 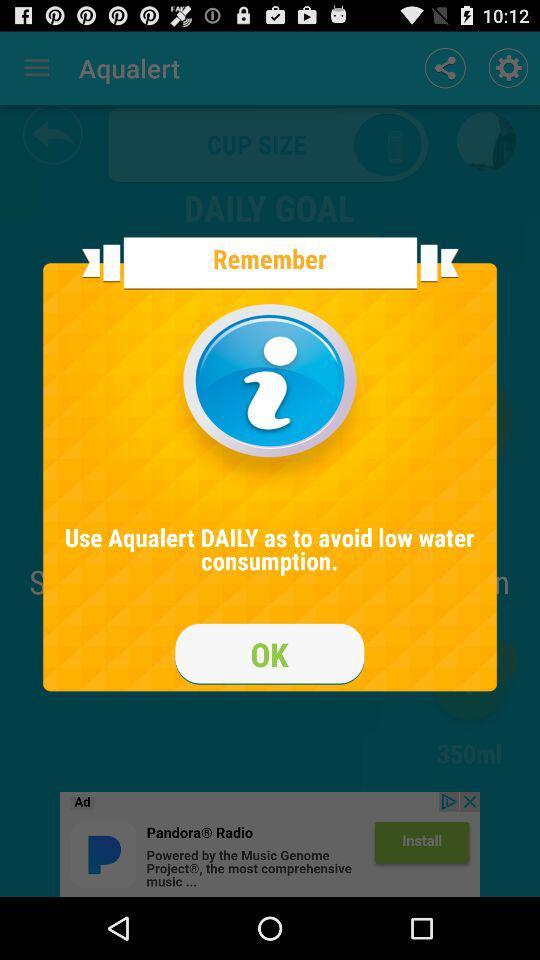 What do you see at coordinates (269, 653) in the screenshot?
I see `ok button` at bounding box center [269, 653].